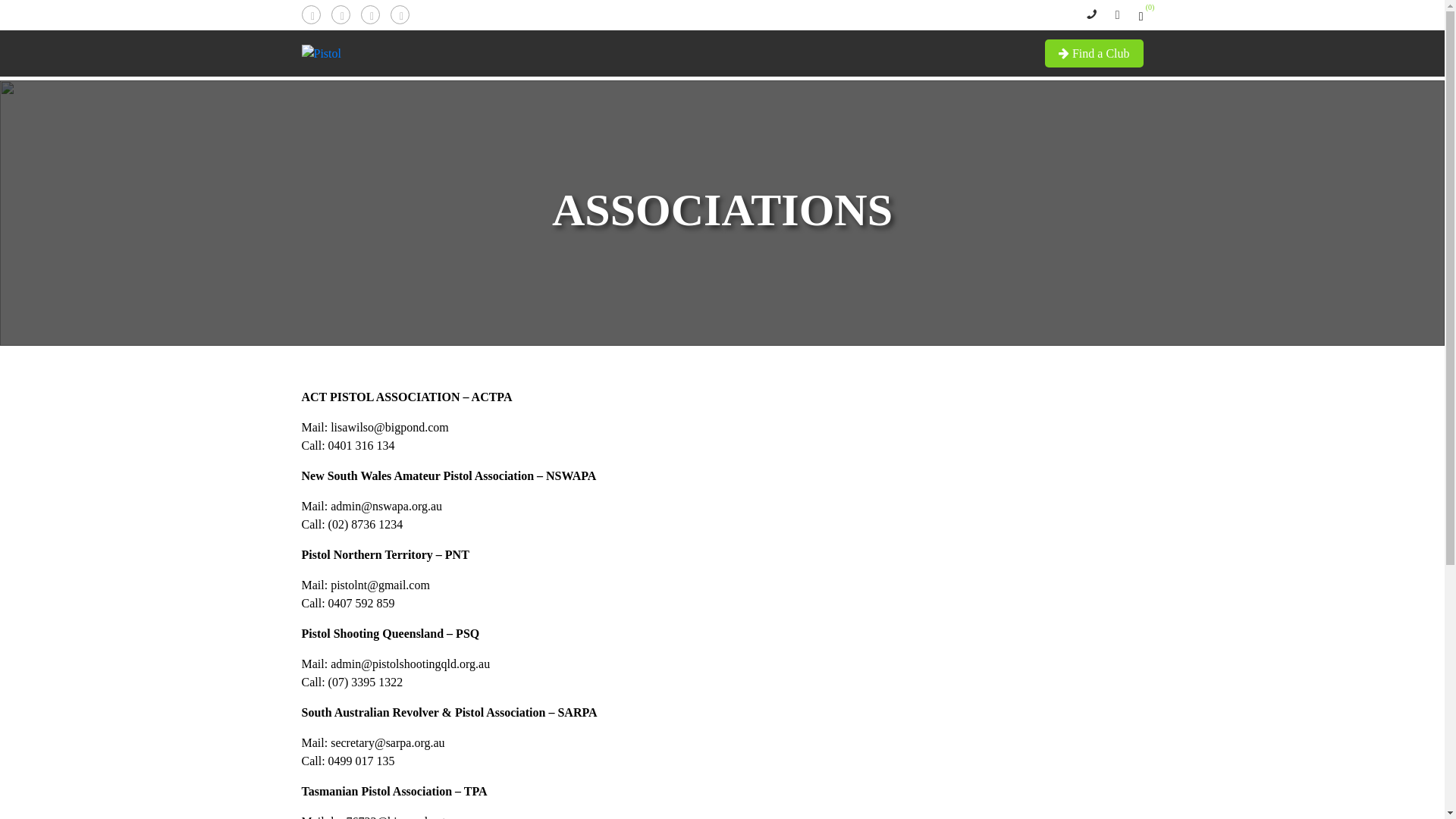  Describe the element at coordinates (360, 761) in the screenshot. I see `'0499 017 135'` at that location.